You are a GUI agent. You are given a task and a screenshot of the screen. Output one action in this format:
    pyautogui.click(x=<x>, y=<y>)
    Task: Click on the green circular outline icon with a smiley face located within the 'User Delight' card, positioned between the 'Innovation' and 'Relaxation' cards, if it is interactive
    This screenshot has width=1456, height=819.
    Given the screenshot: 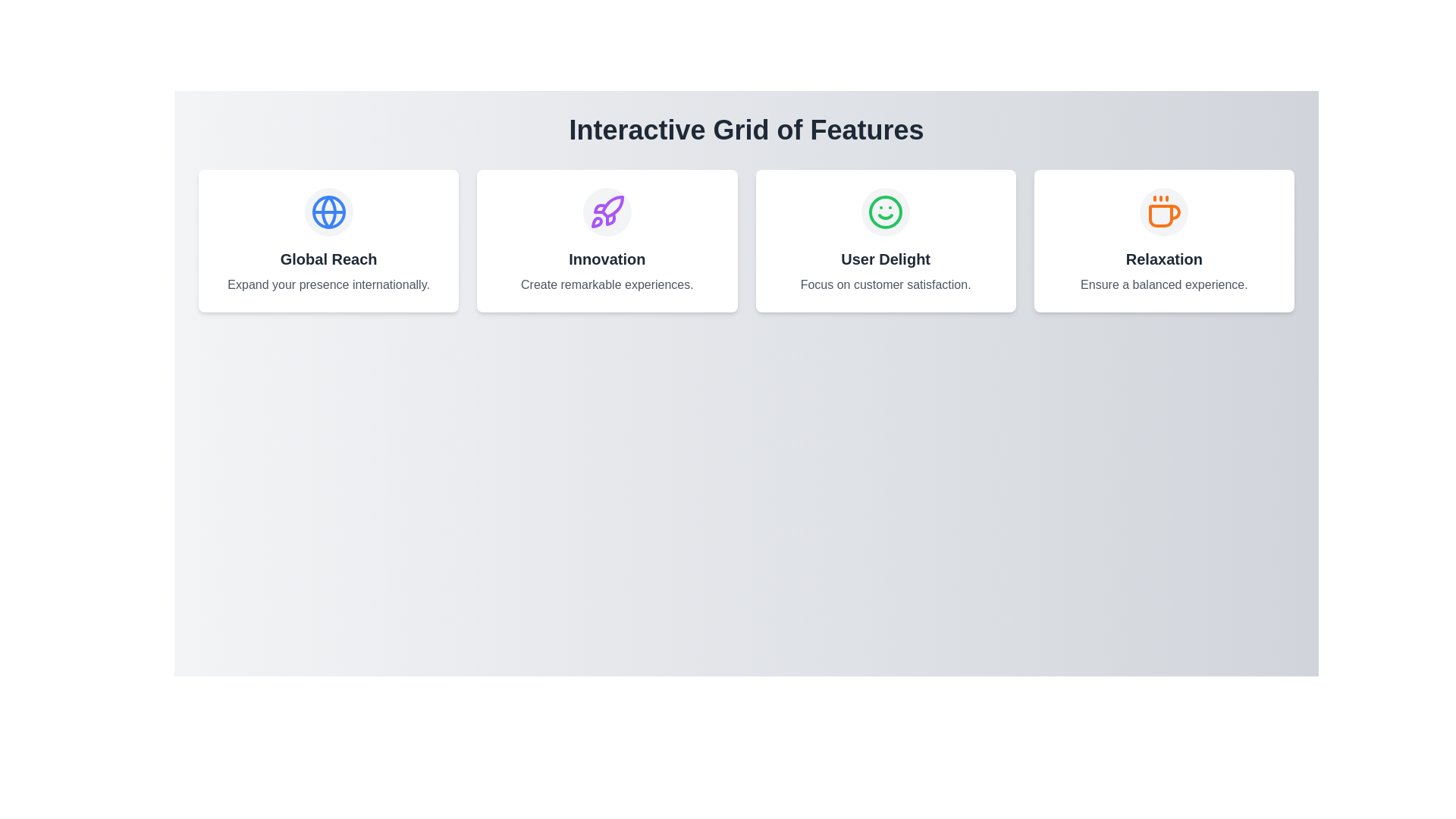 What is the action you would take?
    pyautogui.click(x=886, y=212)
    